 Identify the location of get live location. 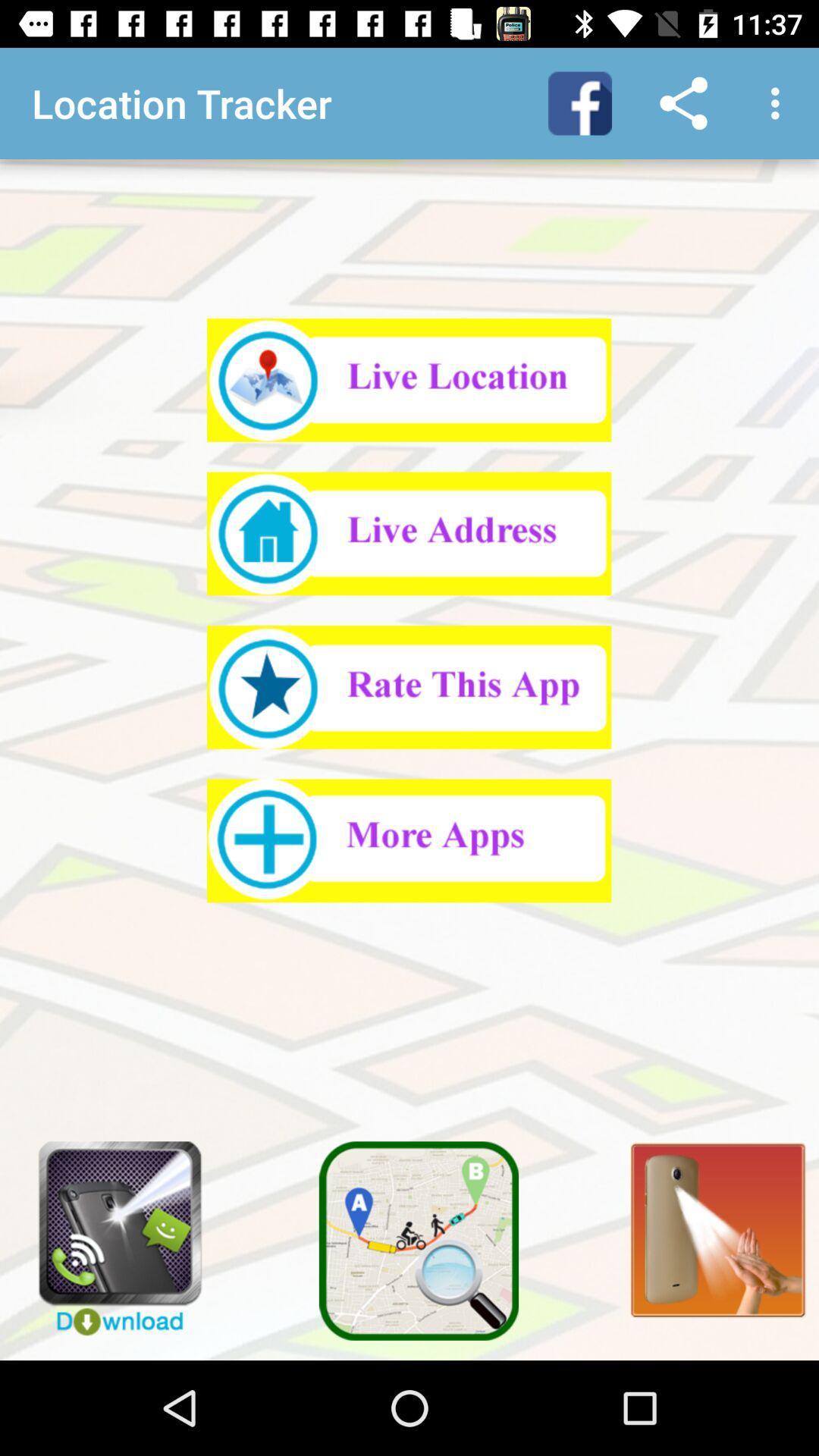
(408, 380).